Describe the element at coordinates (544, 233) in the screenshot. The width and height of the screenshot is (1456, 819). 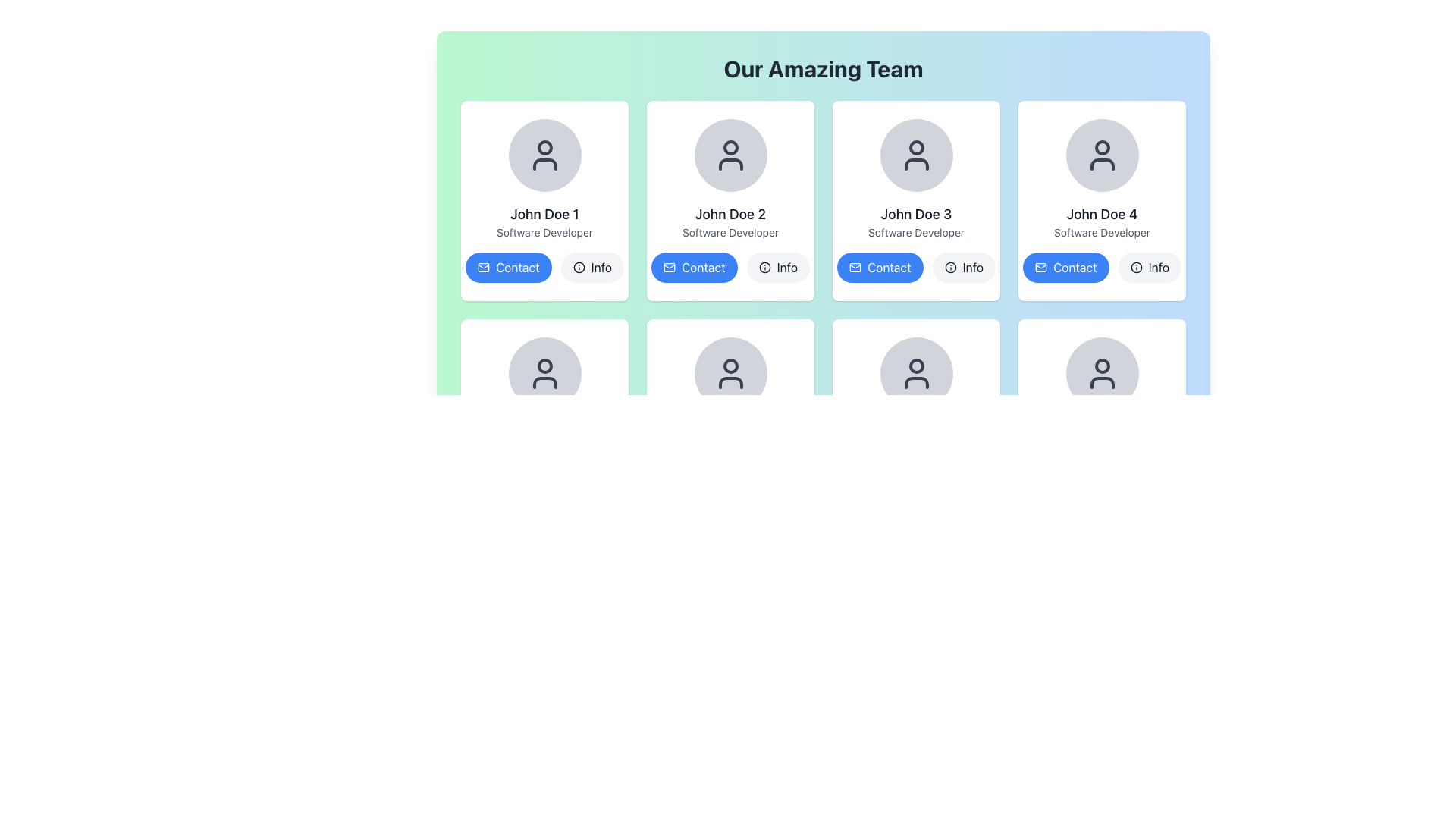
I see `the static text displaying the job title 'Software Developer' for 'John Doe 1', located beneath the name text and above the buttons labeled 'Contact' and 'Info'` at that location.